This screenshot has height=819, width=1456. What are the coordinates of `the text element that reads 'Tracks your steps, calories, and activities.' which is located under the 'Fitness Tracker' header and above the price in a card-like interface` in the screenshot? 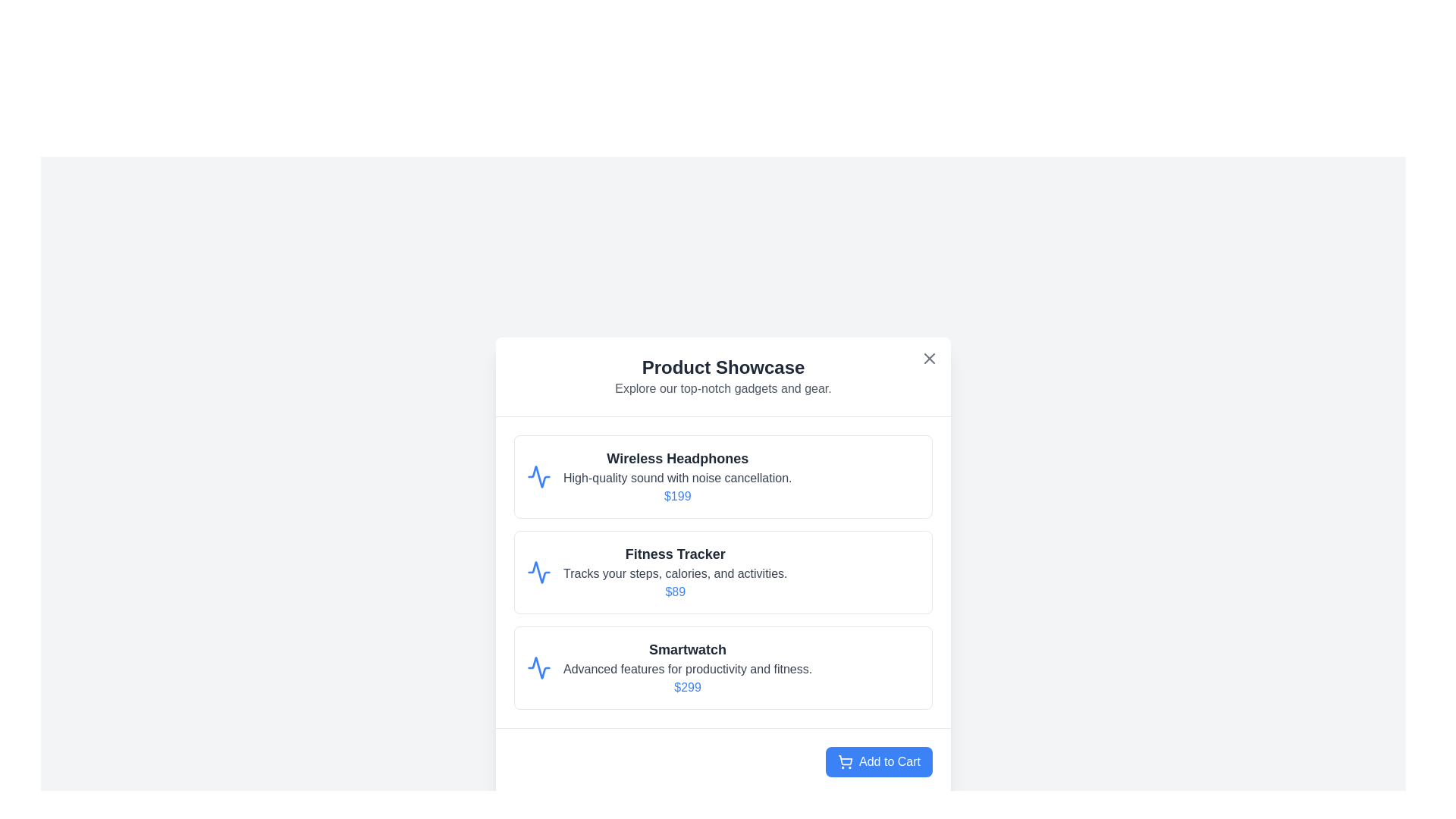 It's located at (674, 573).